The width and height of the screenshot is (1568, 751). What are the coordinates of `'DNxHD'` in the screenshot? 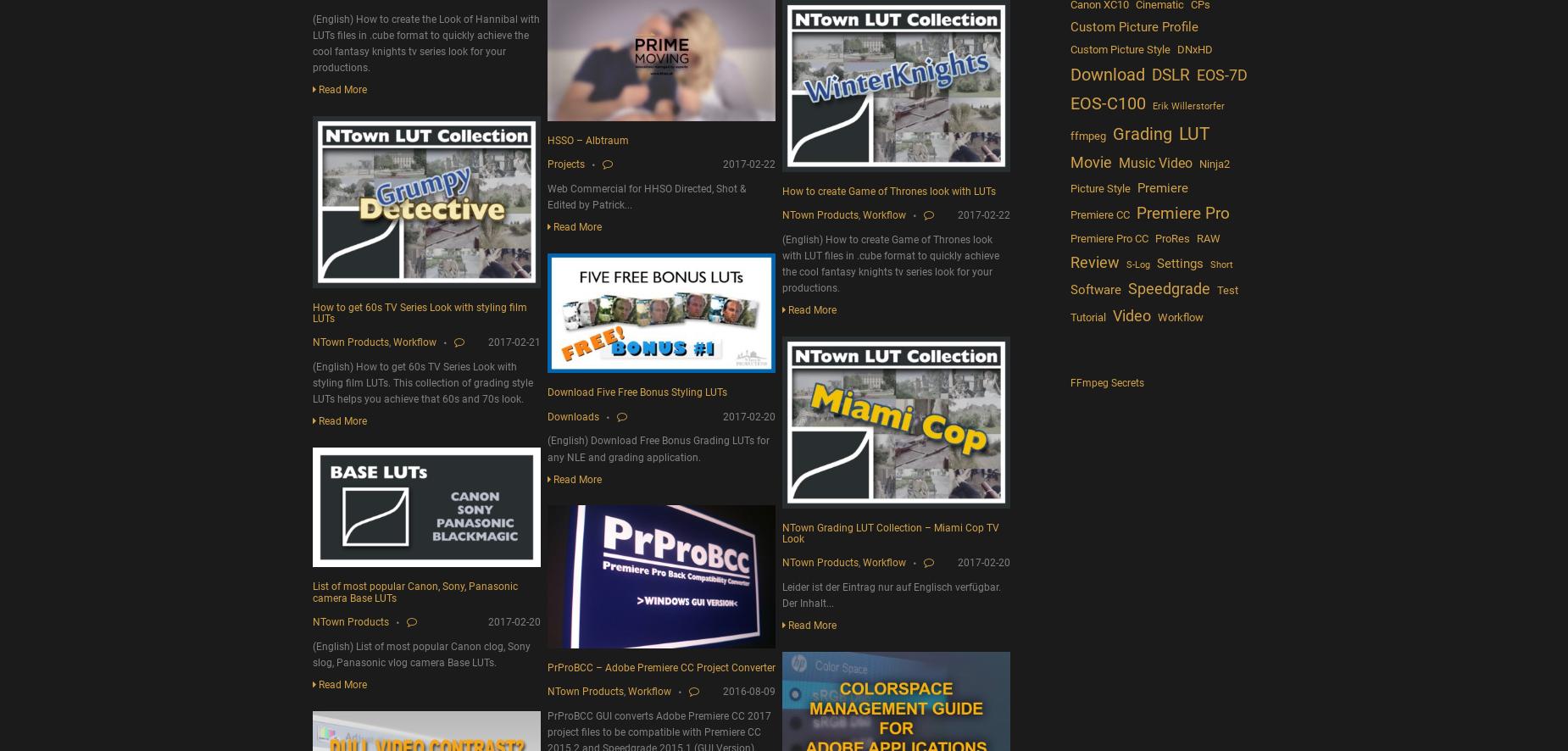 It's located at (1176, 47).